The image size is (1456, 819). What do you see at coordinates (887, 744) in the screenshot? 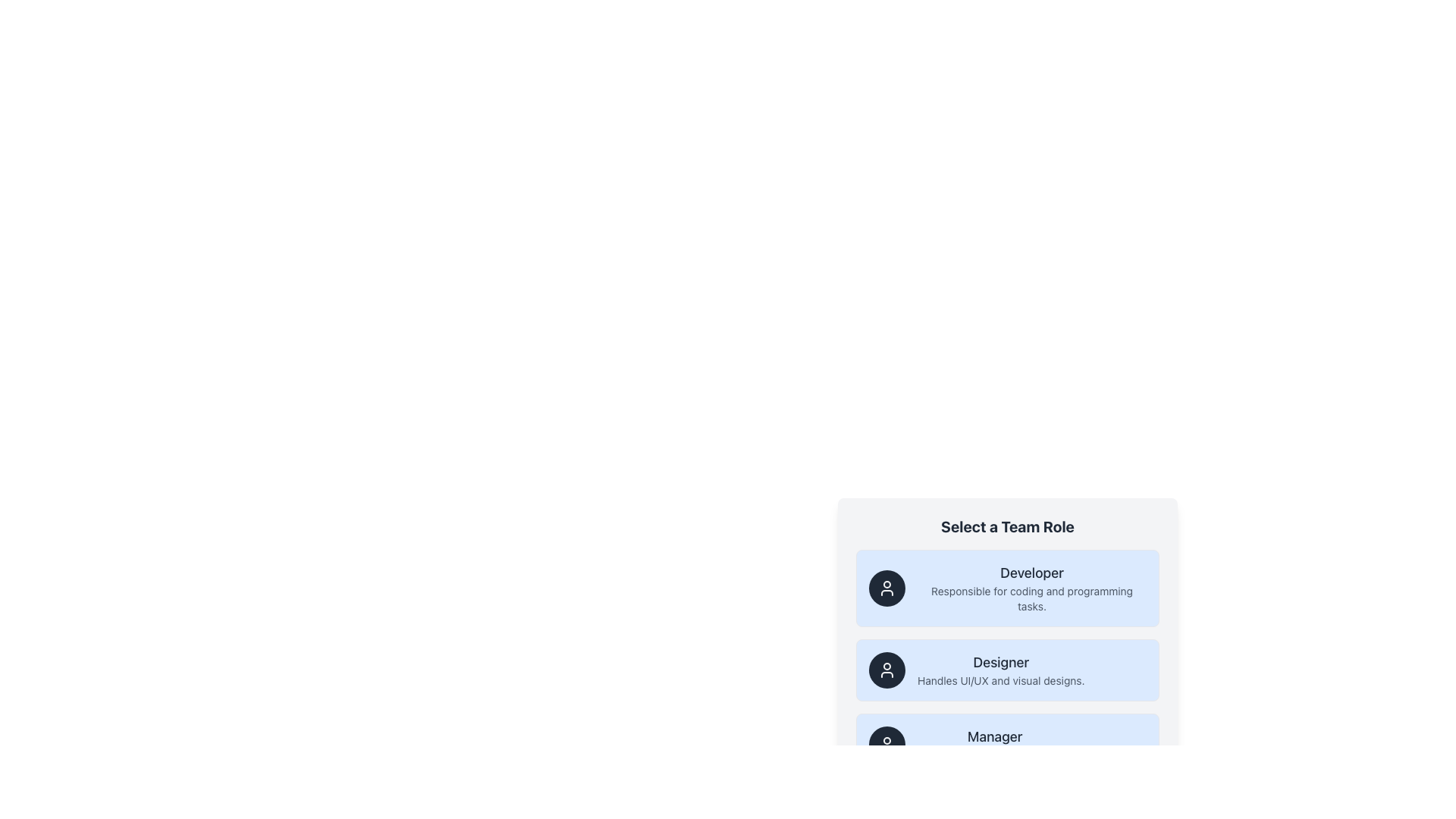
I see `the circular user figure icon with a dark gray background and white outline, located in the 'Manager' section of the role selection interface` at bounding box center [887, 744].